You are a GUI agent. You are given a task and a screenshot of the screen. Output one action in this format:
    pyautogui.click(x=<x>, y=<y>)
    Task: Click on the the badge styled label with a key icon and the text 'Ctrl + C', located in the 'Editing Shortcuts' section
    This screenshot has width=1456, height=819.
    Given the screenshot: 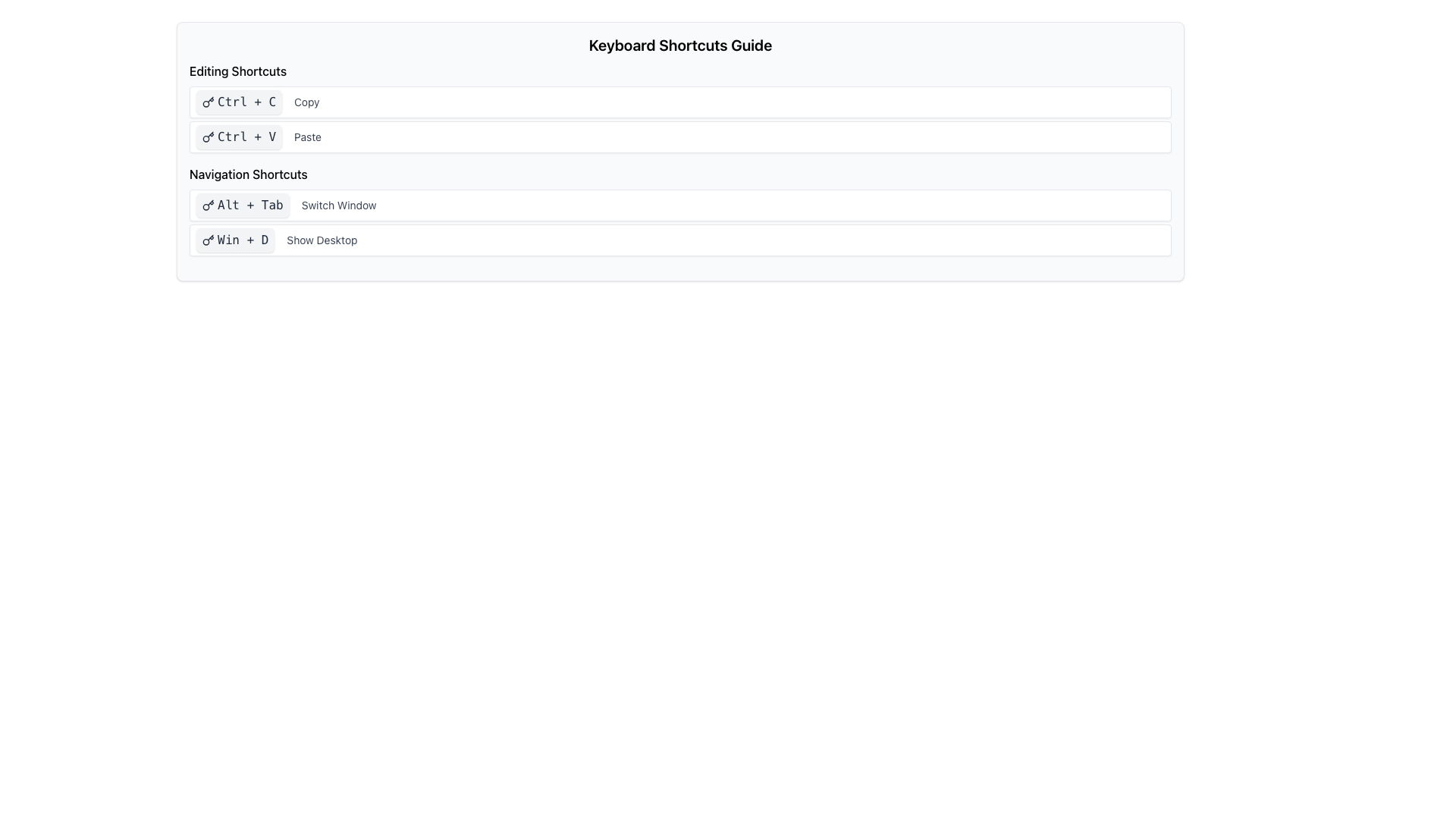 What is the action you would take?
    pyautogui.click(x=238, y=102)
    